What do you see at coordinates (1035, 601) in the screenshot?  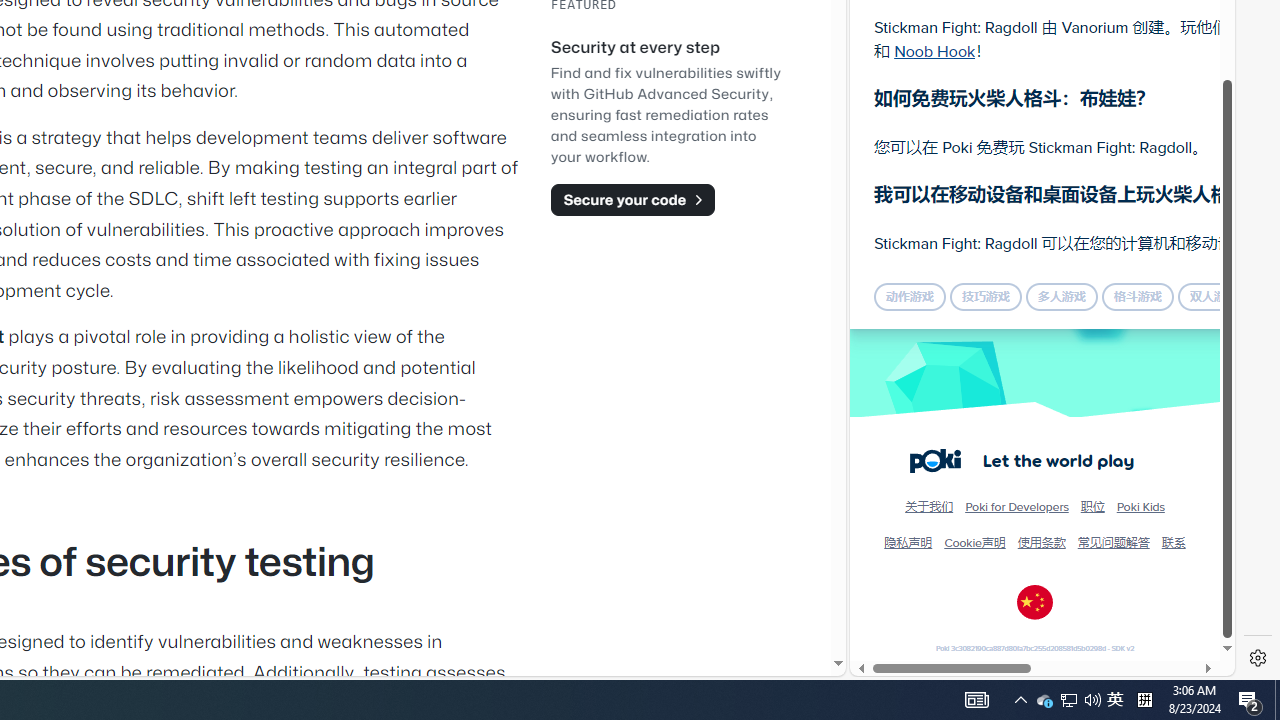 I see `'Choose language'` at bounding box center [1035, 601].